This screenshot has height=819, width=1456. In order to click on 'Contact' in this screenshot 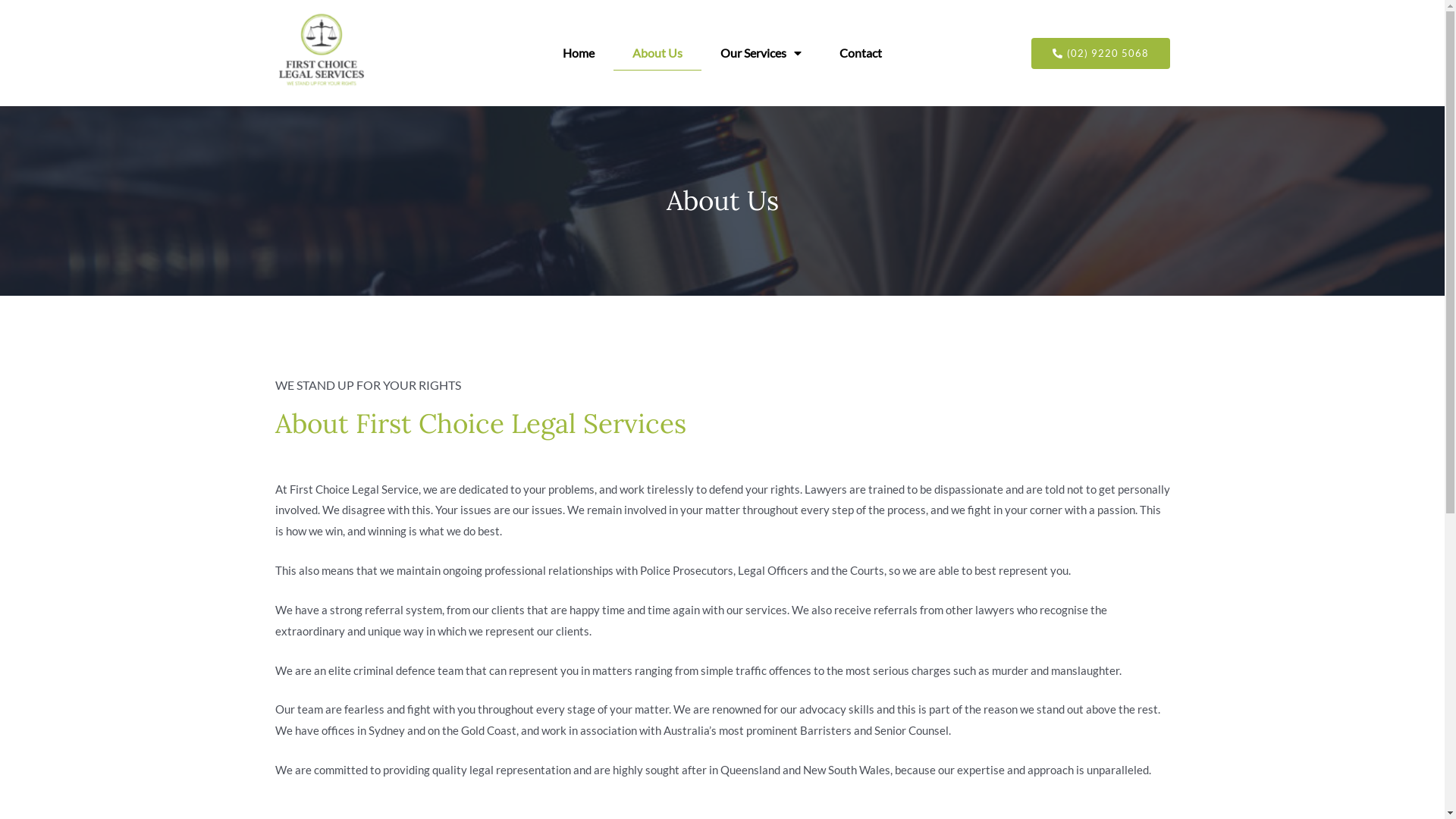, I will do `click(860, 52)`.